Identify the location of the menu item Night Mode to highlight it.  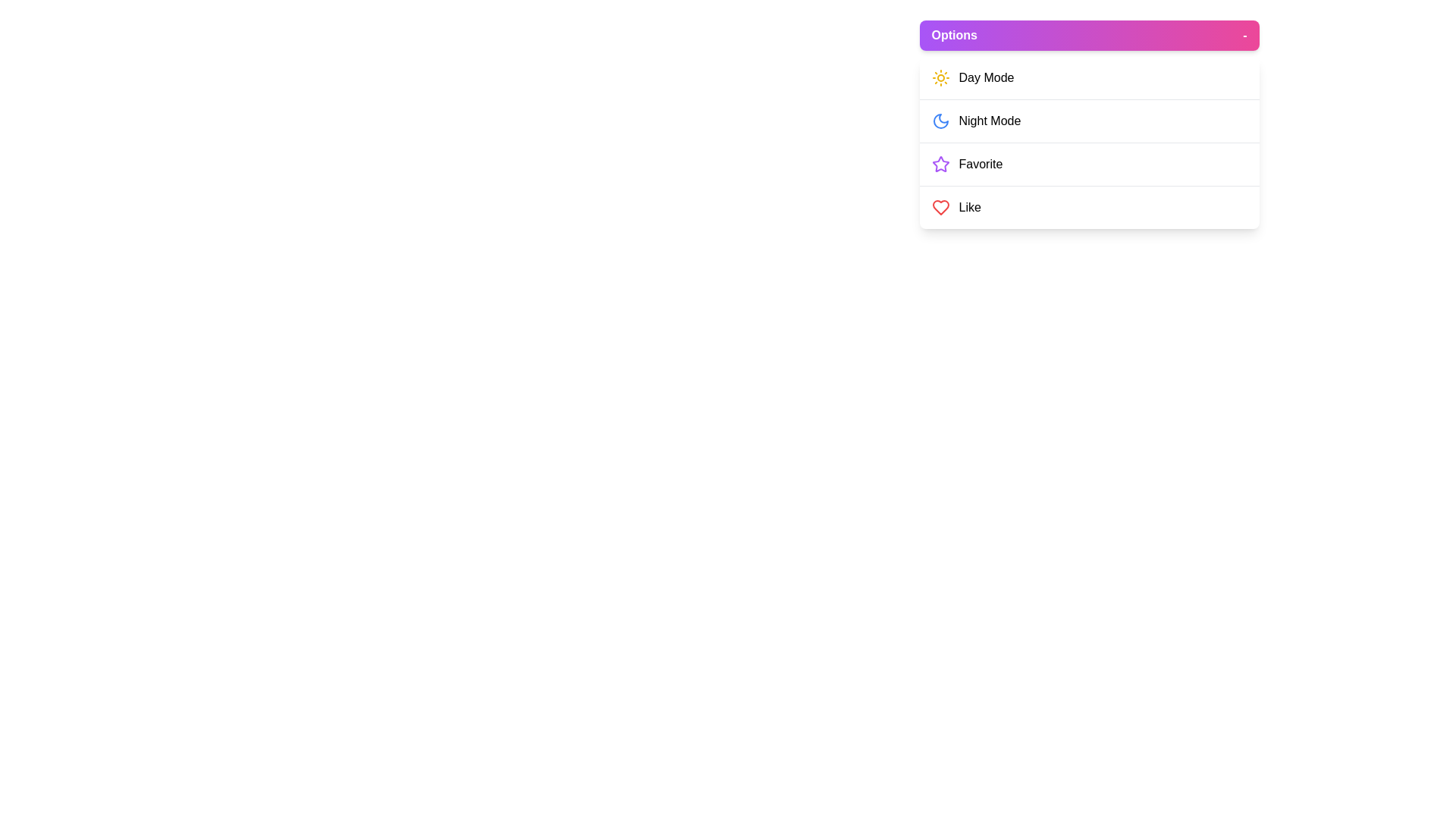
(1088, 120).